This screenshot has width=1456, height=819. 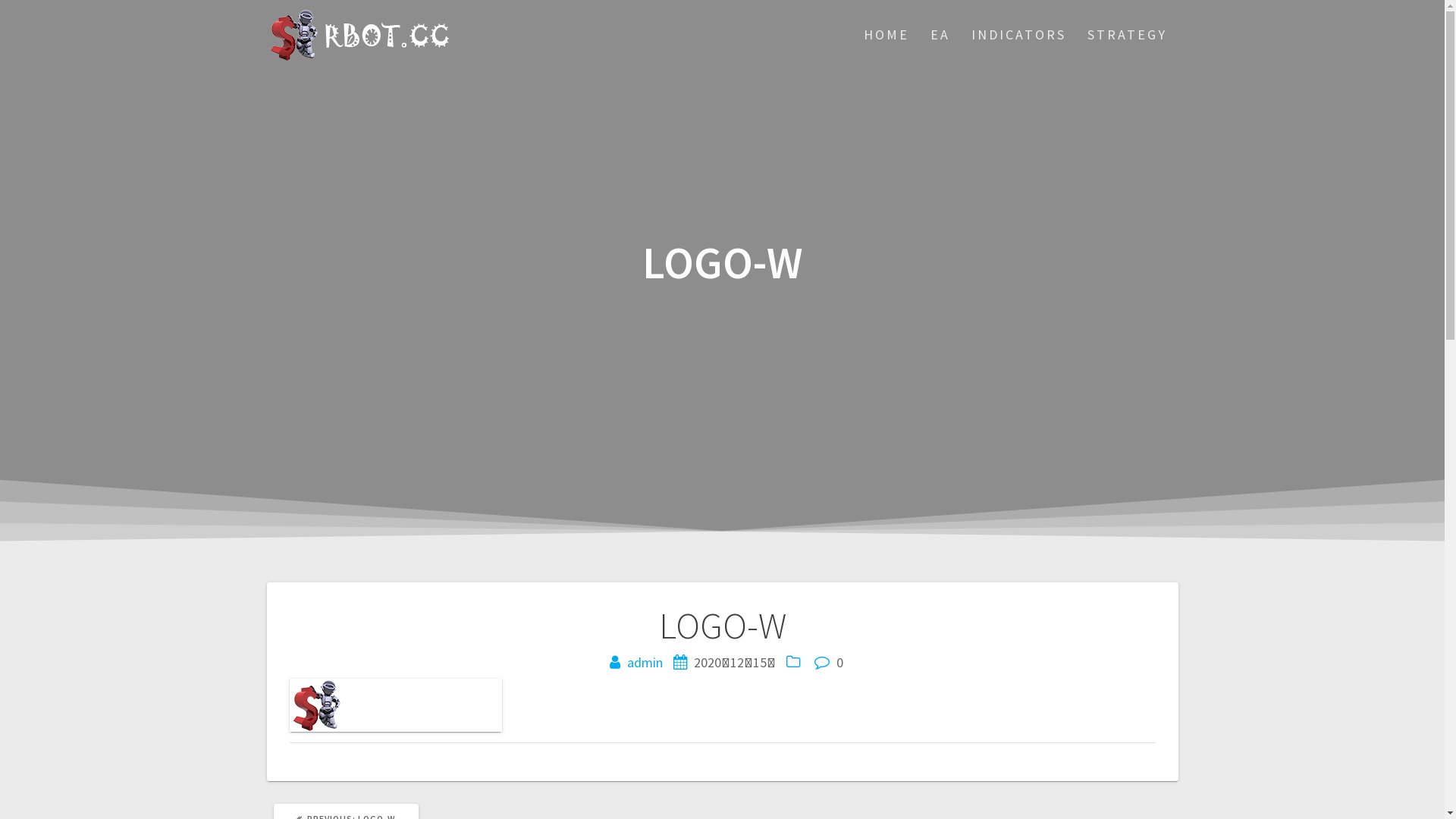 What do you see at coordinates (863, 34) in the screenshot?
I see `'HOME'` at bounding box center [863, 34].